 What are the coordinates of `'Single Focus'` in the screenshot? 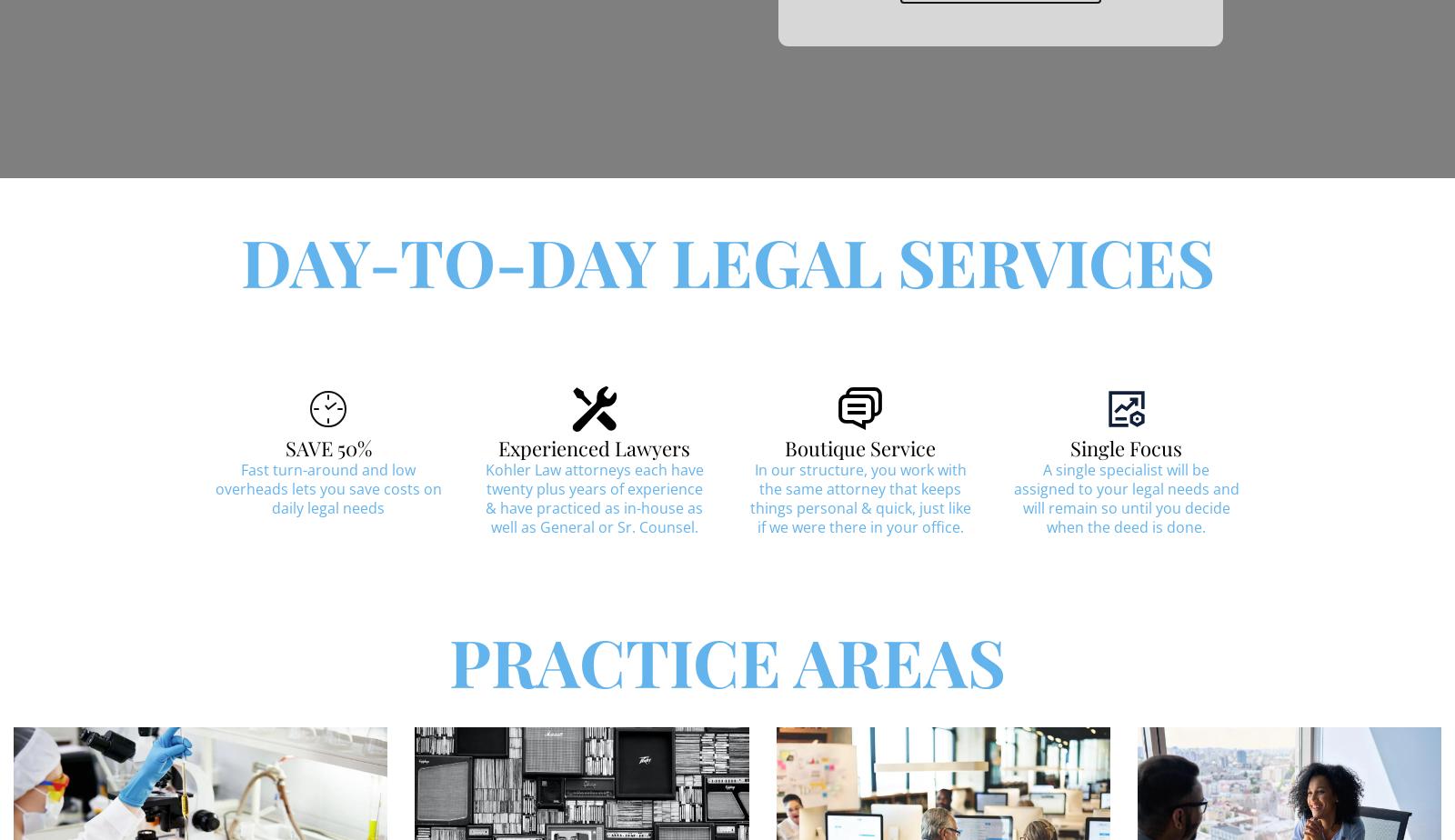 It's located at (1125, 446).